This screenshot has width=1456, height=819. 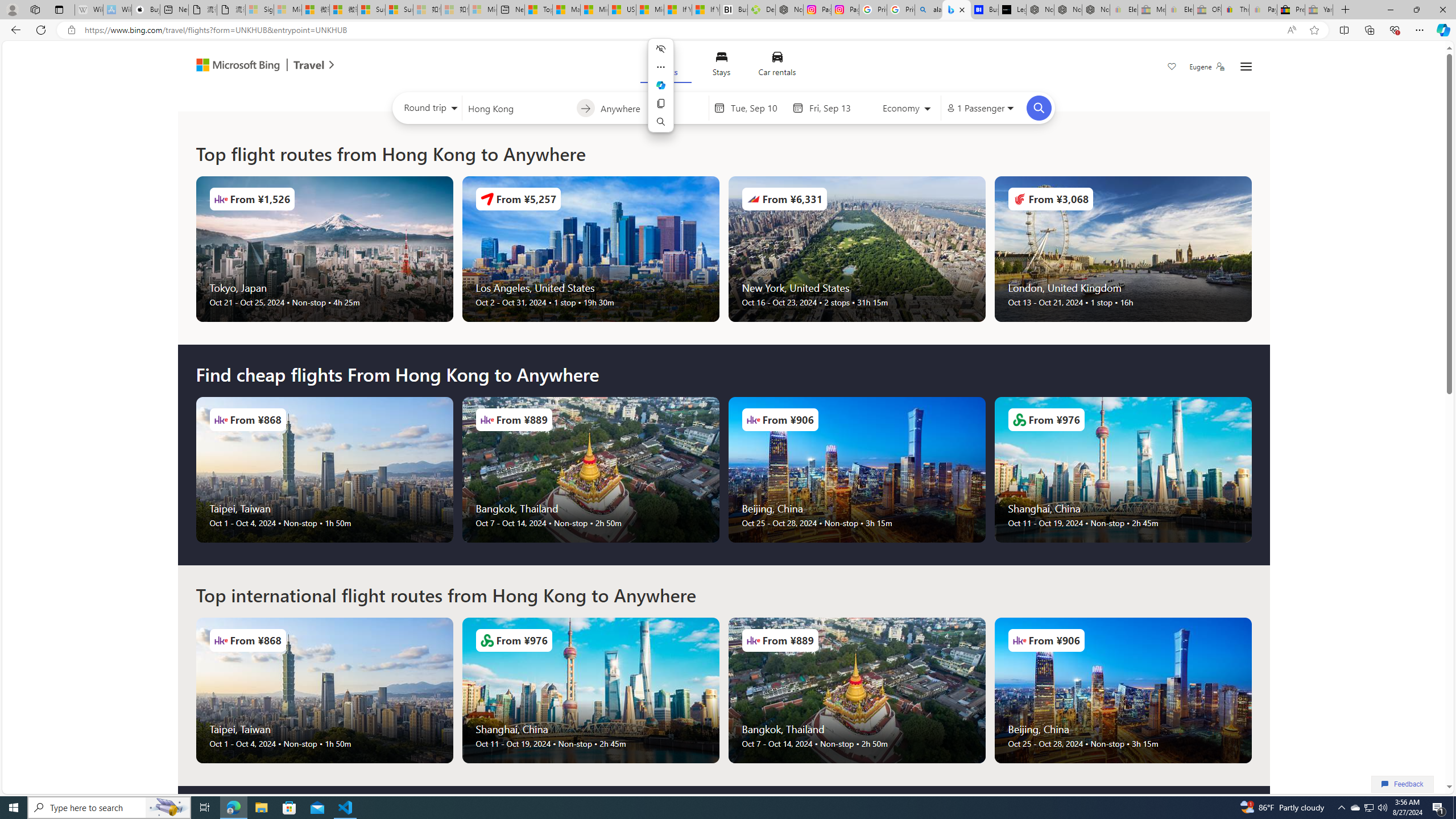 What do you see at coordinates (258, 9) in the screenshot?
I see `'Sign in to your Microsoft account - Sleeping'` at bounding box center [258, 9].